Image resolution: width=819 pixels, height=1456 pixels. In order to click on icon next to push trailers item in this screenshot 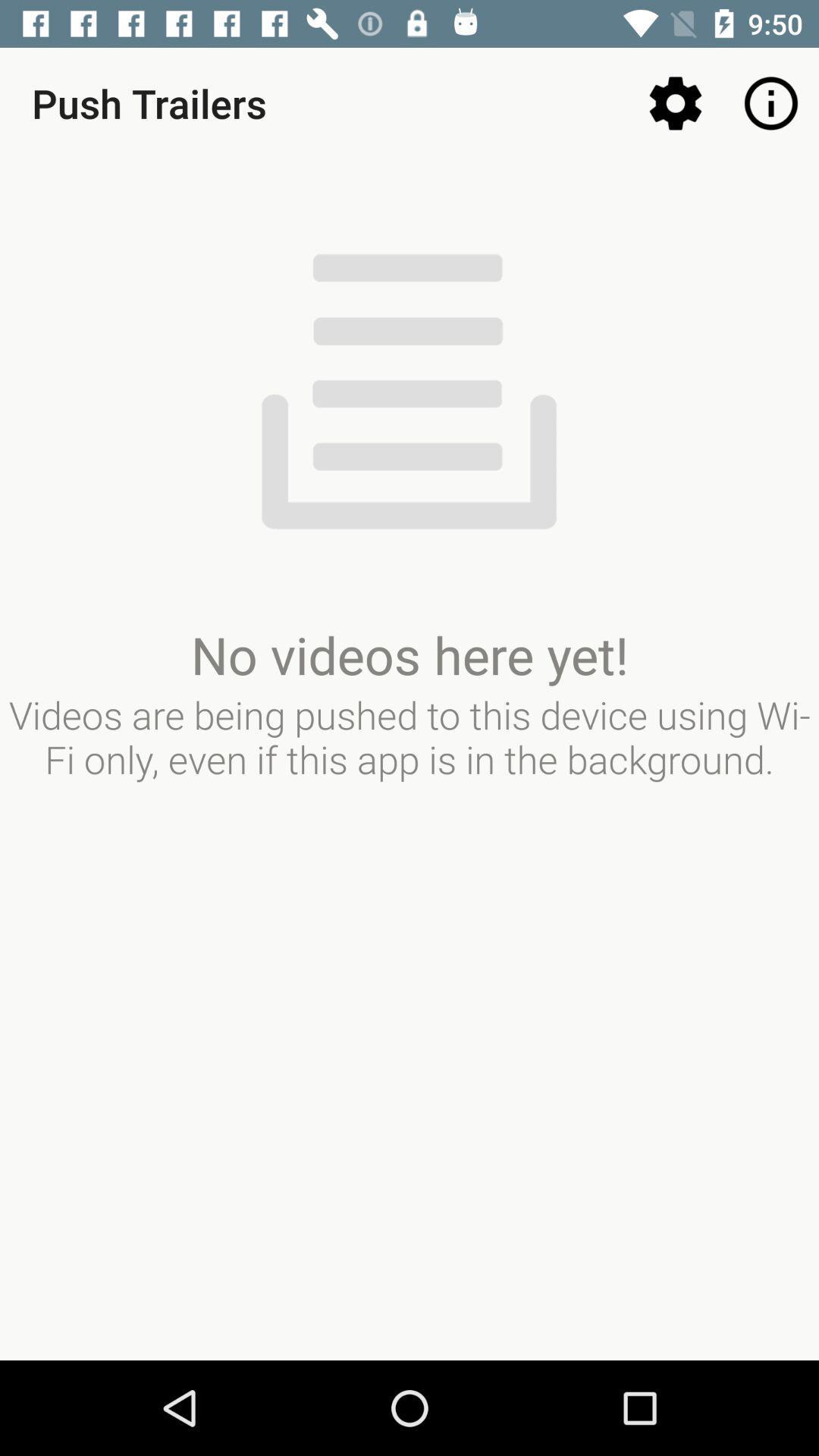, I will do `click(675, 102)`.